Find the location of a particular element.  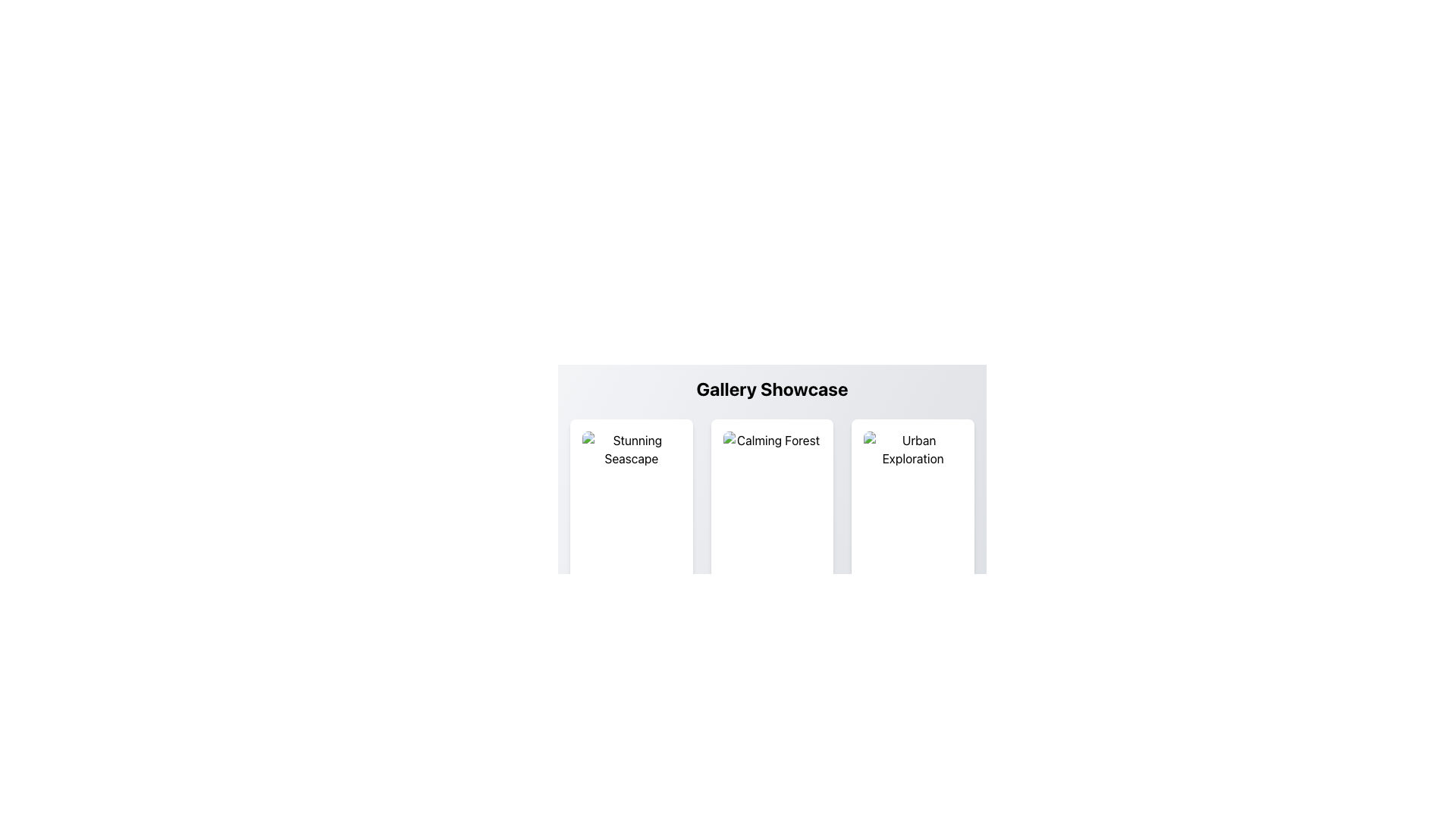

the image element showcasing a placeholder of dimensions 150x150 pixels, located under the main title 'Stunning Seascape' in the 'Gallery Showcase' is located at coordinates (631, 516).